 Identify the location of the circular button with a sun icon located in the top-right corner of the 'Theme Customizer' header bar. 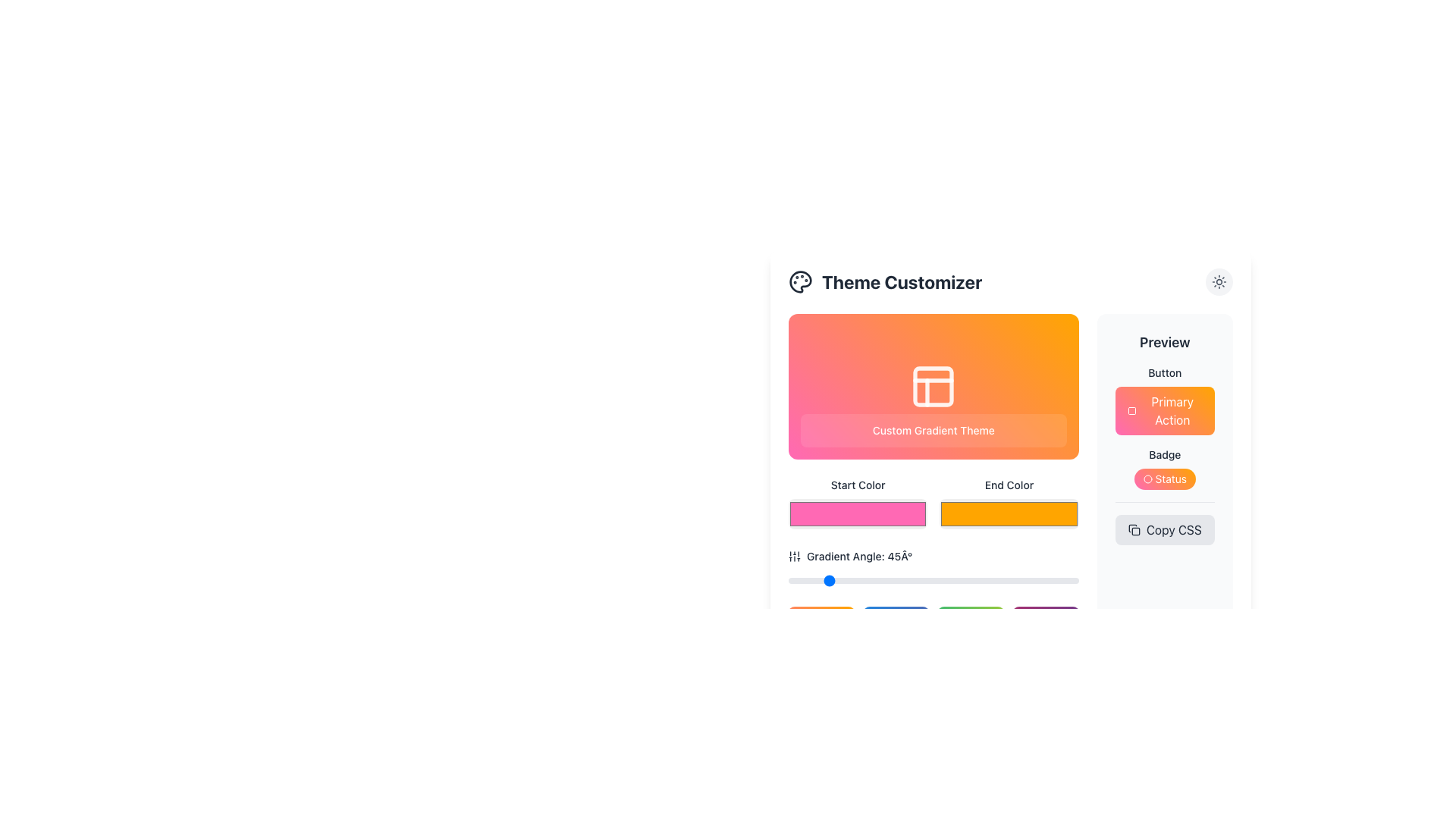
(1219, 281).